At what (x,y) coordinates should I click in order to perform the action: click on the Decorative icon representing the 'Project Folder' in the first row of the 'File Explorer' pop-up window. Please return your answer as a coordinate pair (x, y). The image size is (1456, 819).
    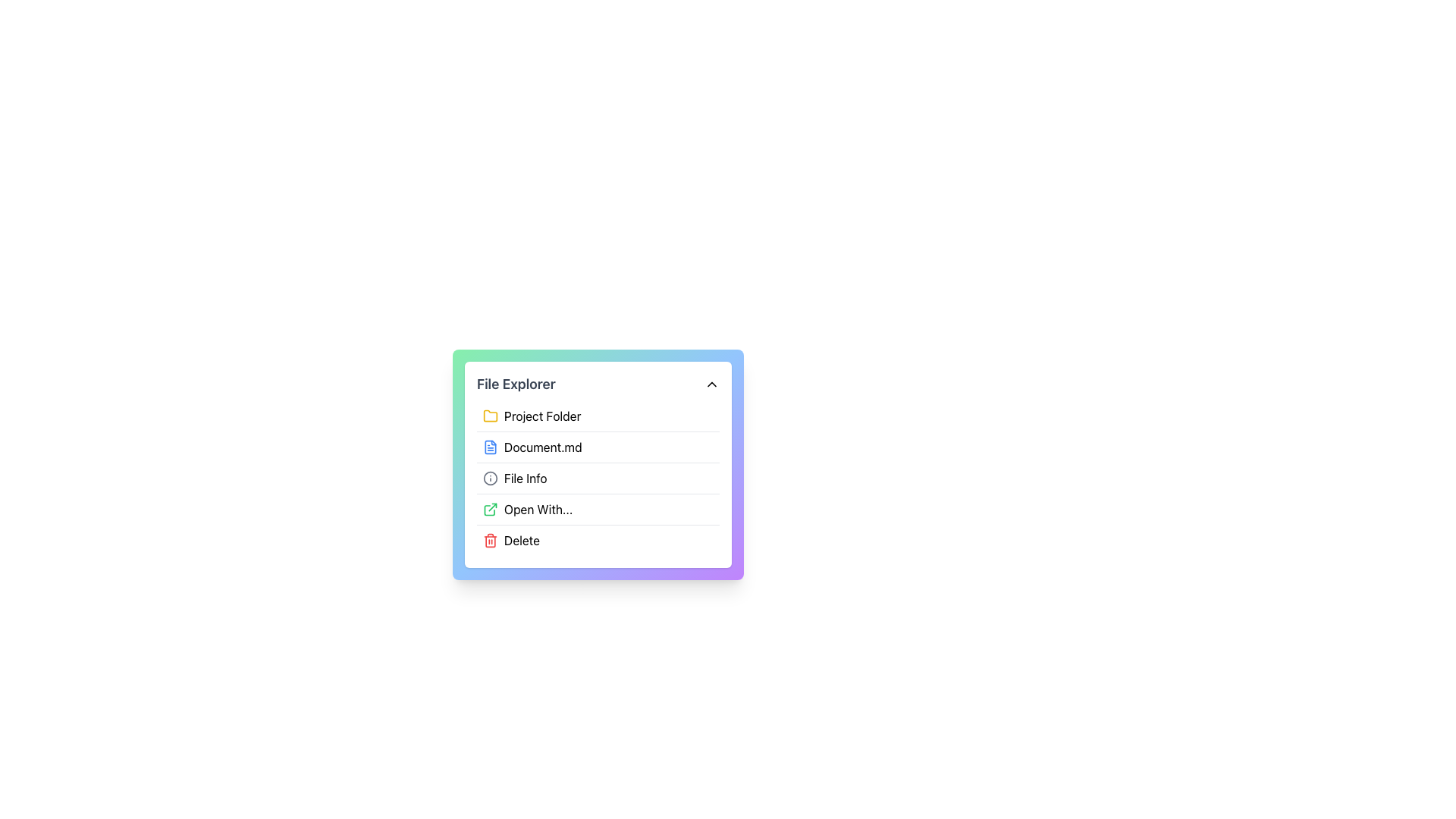
    Looking at the image, I should click on (491, 416).